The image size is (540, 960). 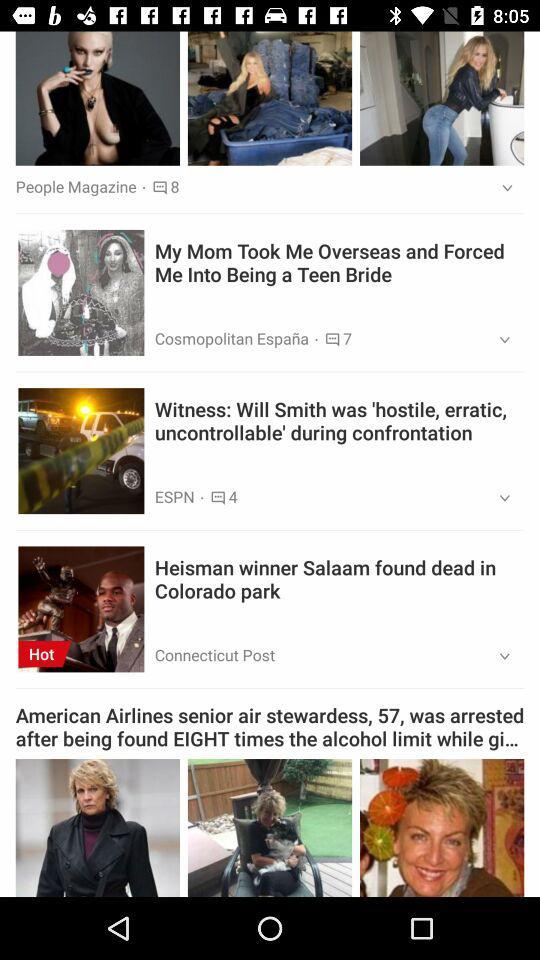 I want to click on the app next to 7, so click(x=497, y=340).